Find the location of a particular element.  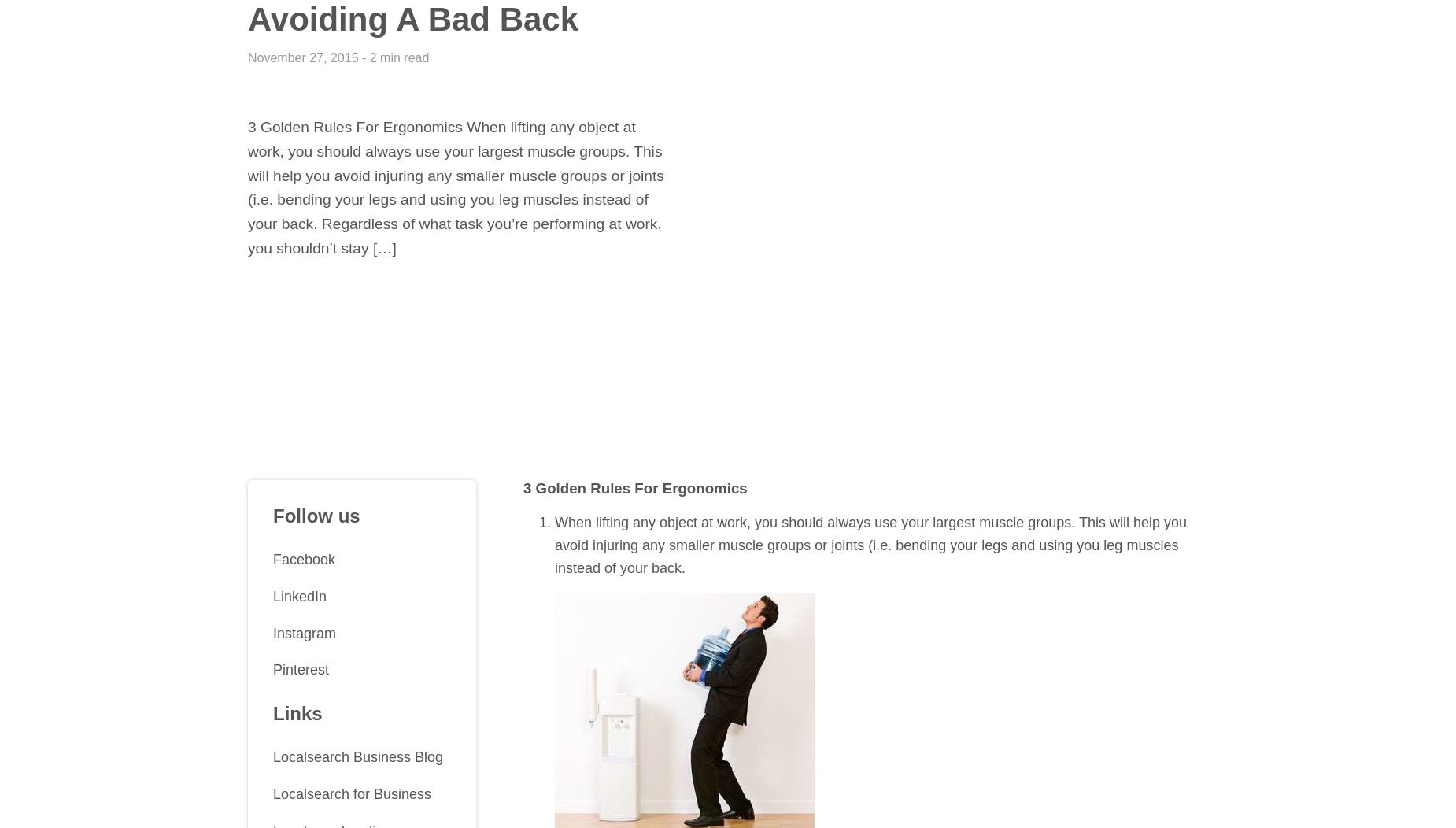

'Localsearch Business Blog' is located at coordinates (357, 756).